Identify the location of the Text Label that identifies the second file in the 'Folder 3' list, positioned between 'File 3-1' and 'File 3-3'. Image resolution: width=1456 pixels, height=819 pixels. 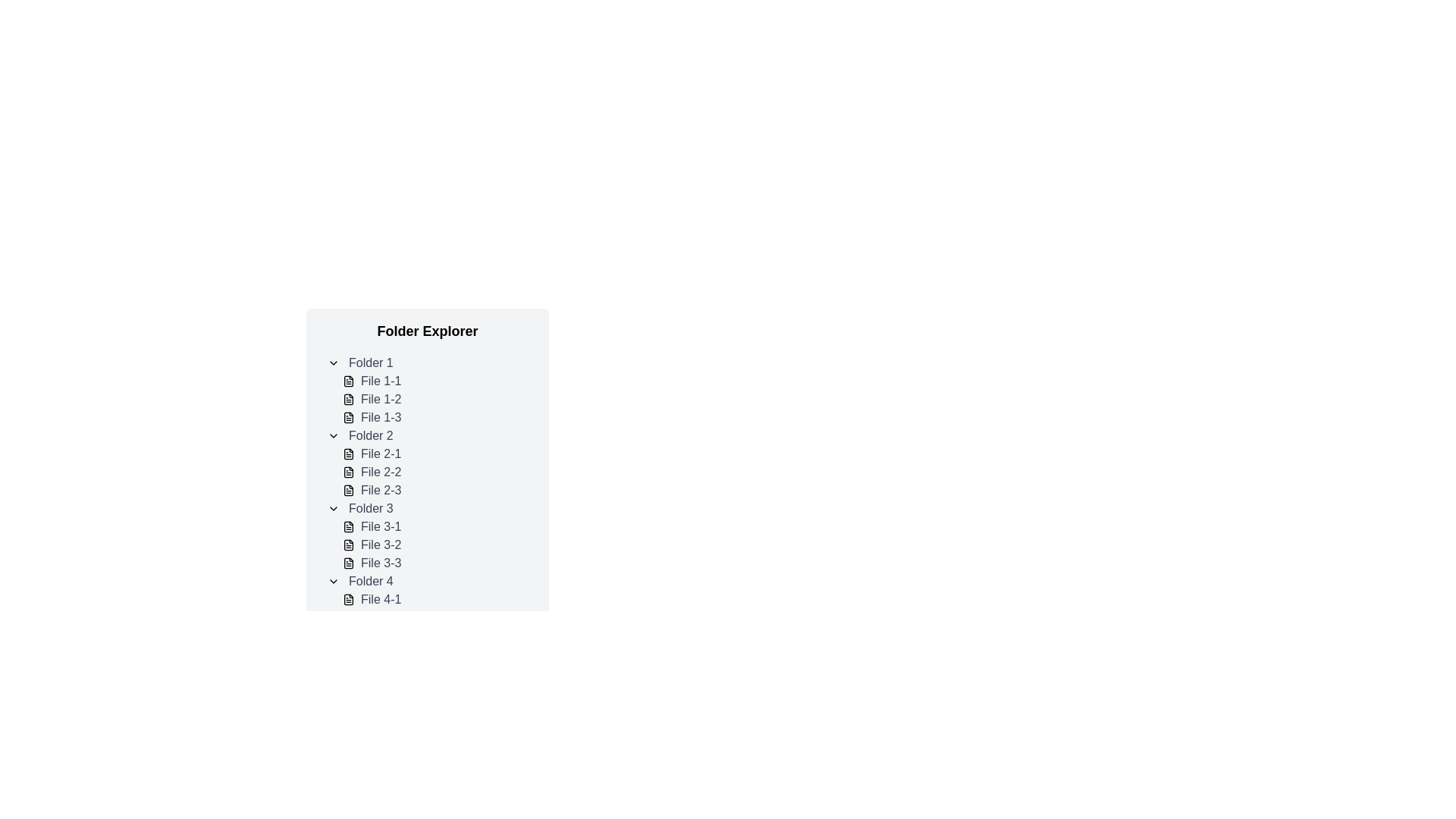
(381, 544).